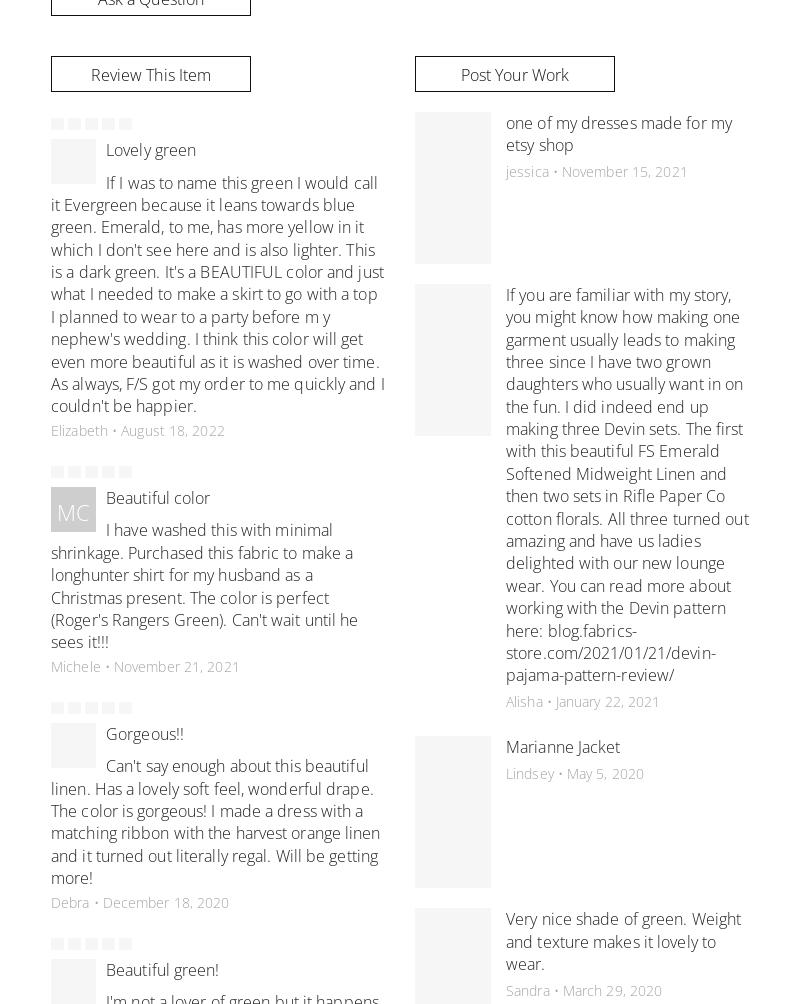  I want to click on 'MC', so click(72, 512).